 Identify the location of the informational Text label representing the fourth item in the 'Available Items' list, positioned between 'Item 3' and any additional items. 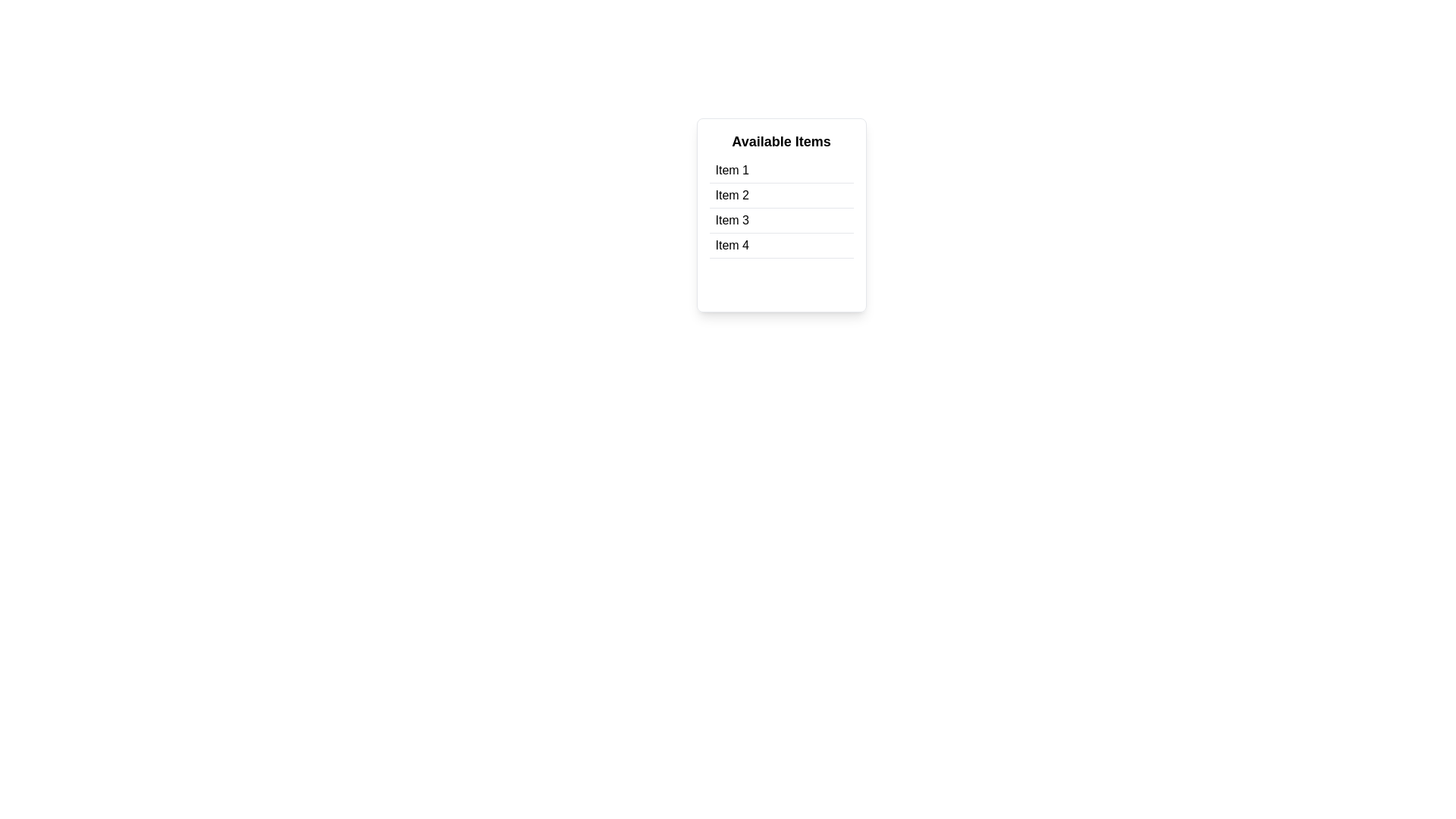
(732, 245).